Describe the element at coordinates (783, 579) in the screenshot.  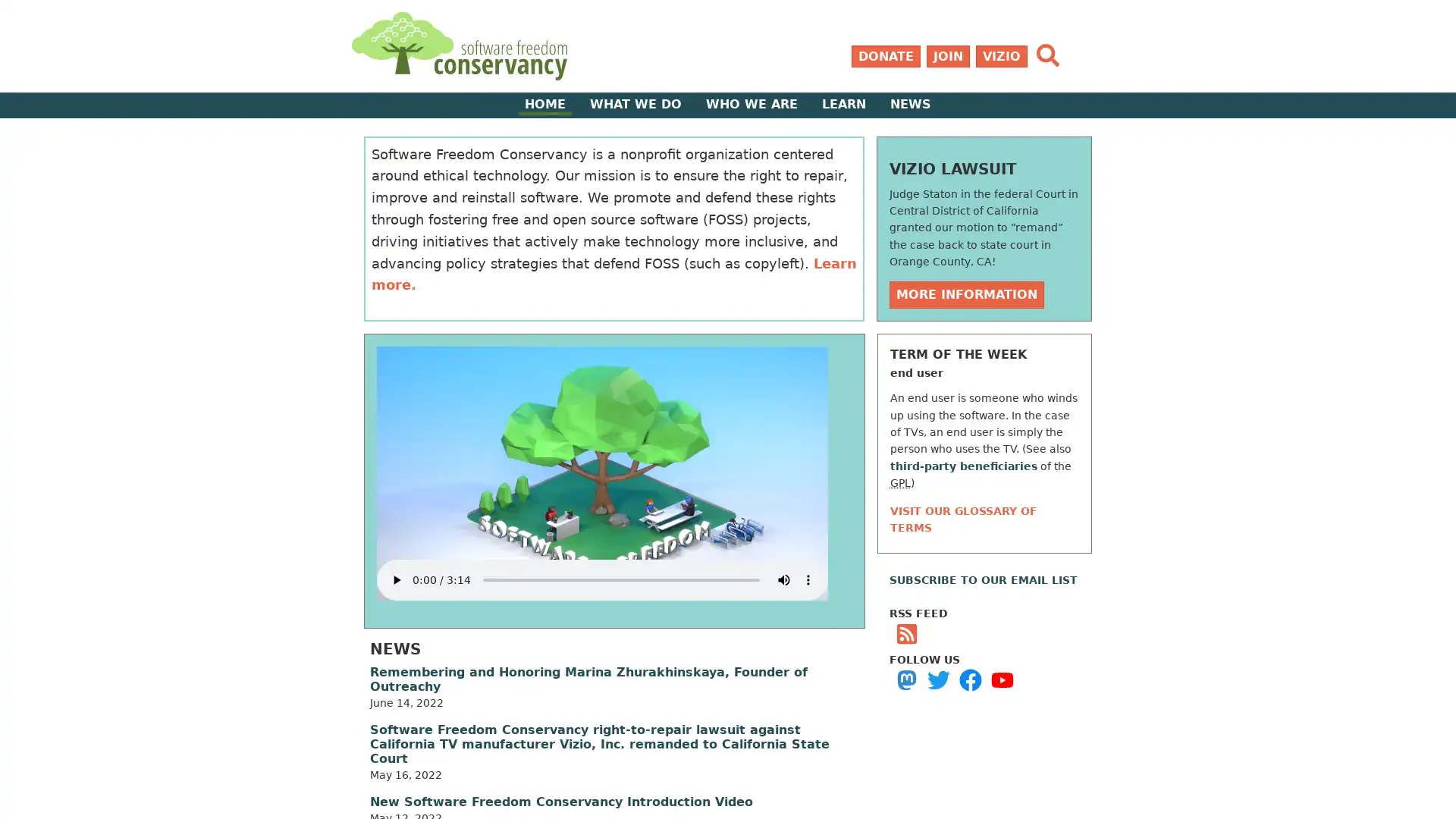
I see `mute` at that location.